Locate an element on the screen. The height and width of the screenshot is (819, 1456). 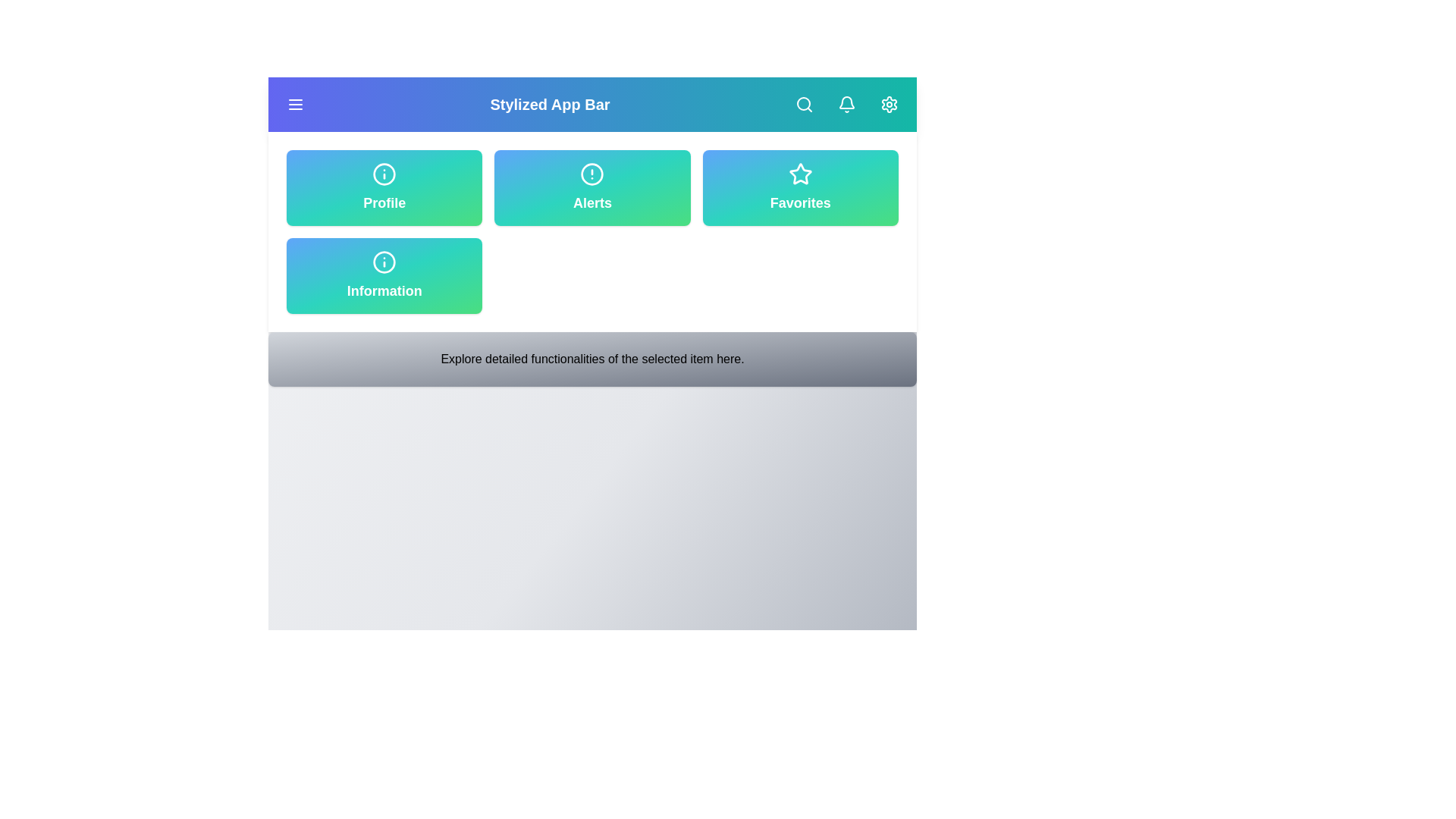
the settings icon in the top right corner of the app bar is located at coordinates (889, 104).